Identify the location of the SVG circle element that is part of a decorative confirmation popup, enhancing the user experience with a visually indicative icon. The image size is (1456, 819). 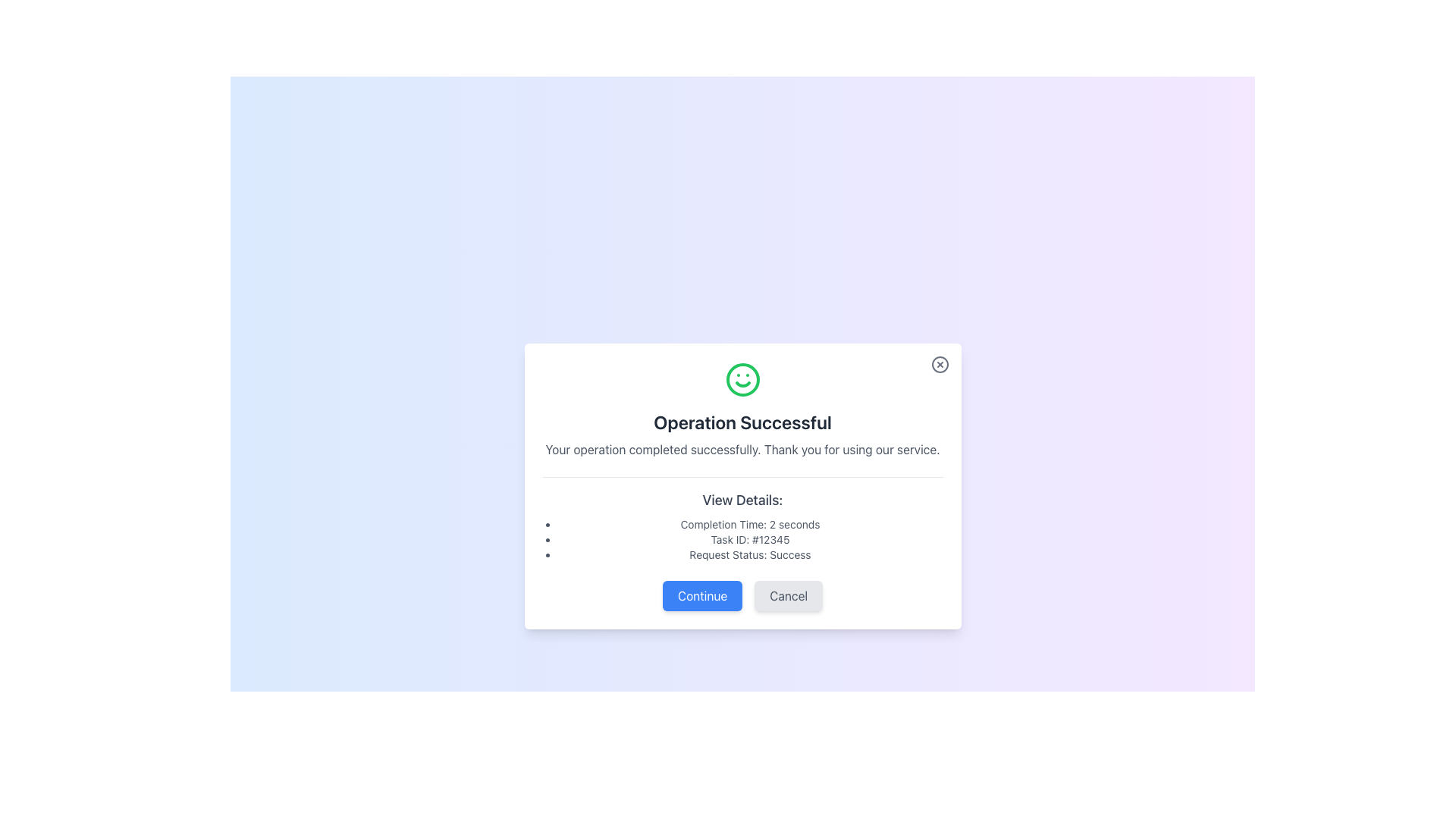
(742, 378).